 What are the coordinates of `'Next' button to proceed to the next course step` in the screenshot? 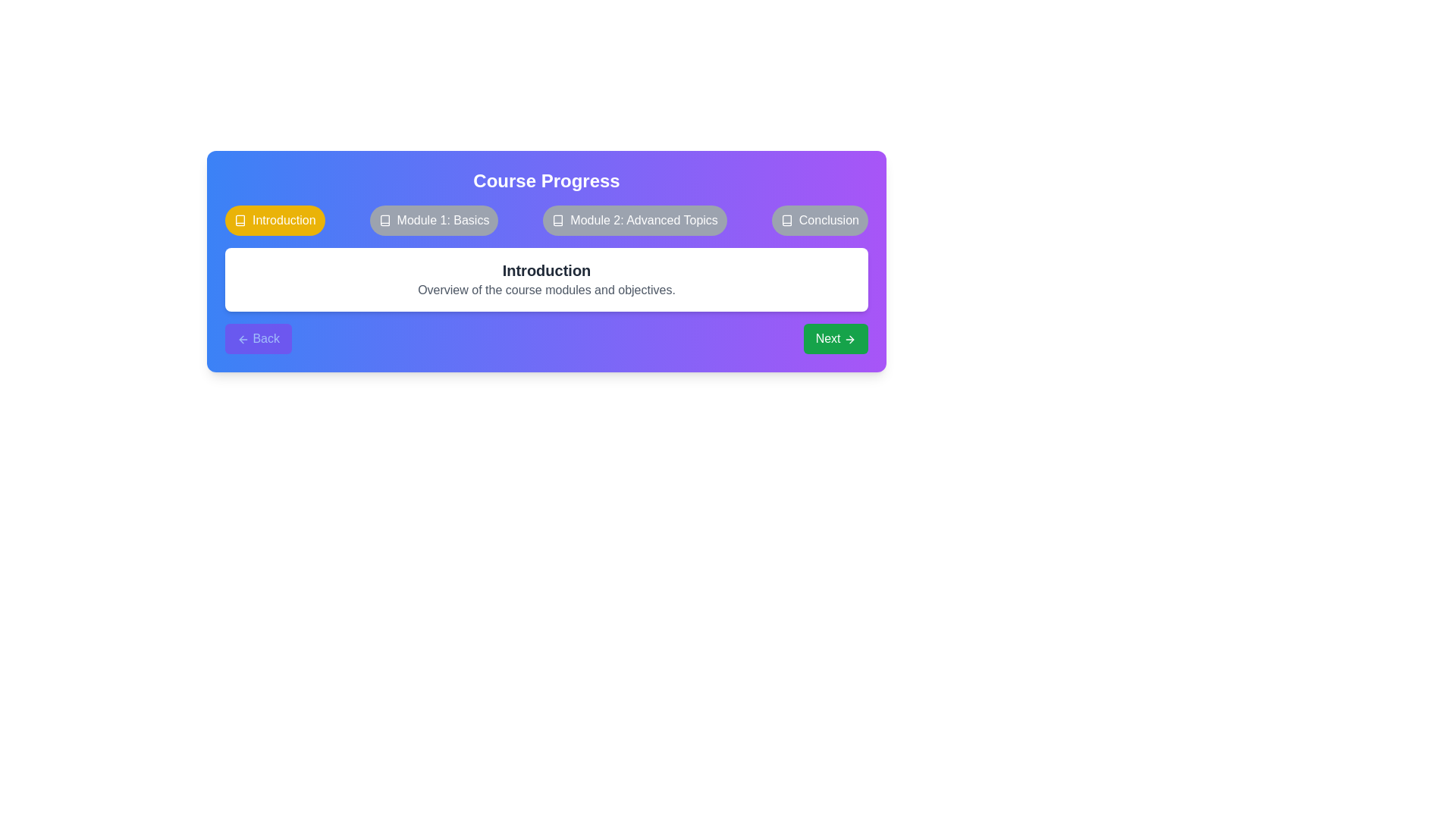 It's located at (835, 338).